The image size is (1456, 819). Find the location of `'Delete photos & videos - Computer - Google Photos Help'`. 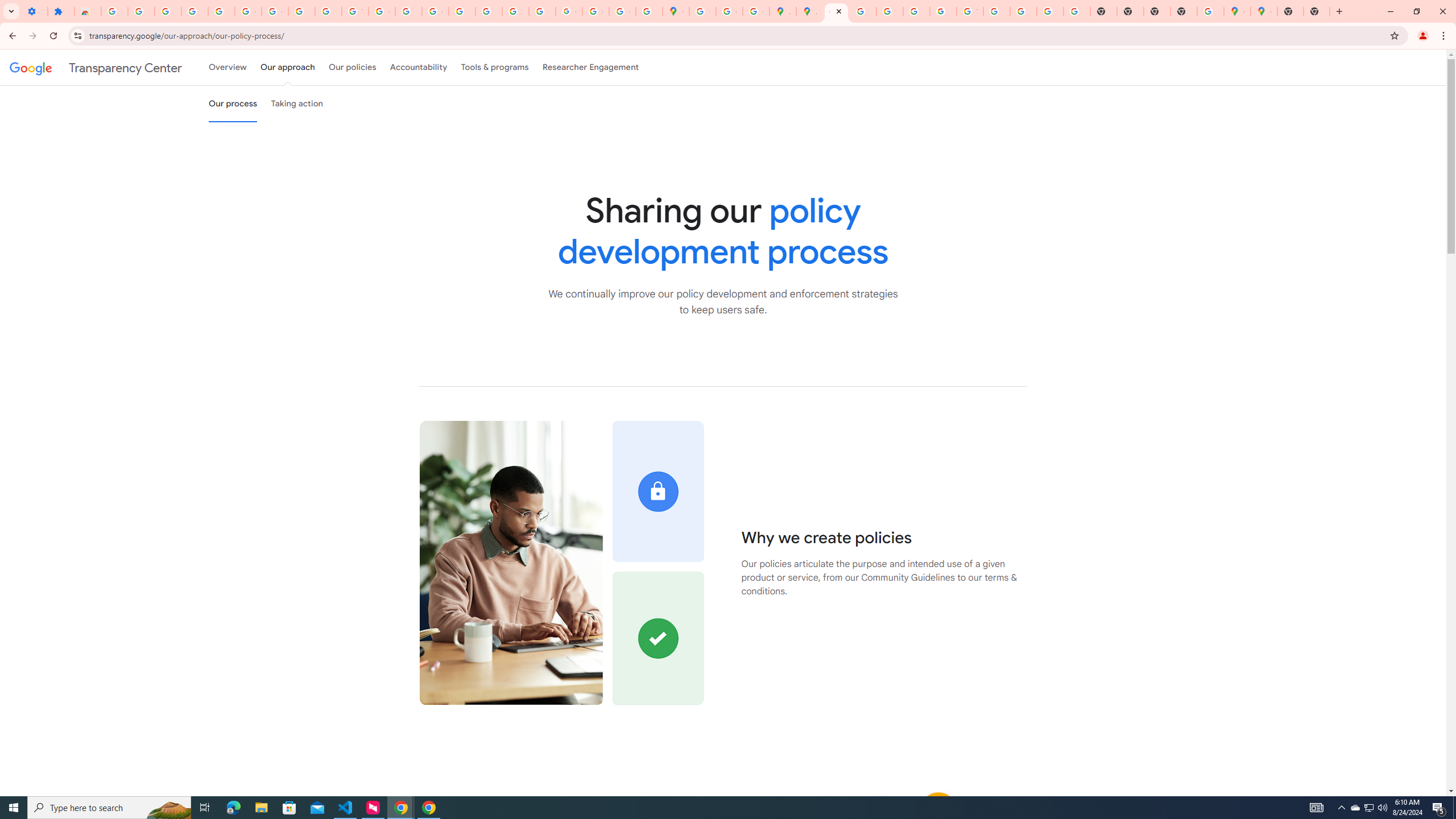

'Delete photos & videos - Computer - Google Photos Help' is located at coordinates (141, 11).